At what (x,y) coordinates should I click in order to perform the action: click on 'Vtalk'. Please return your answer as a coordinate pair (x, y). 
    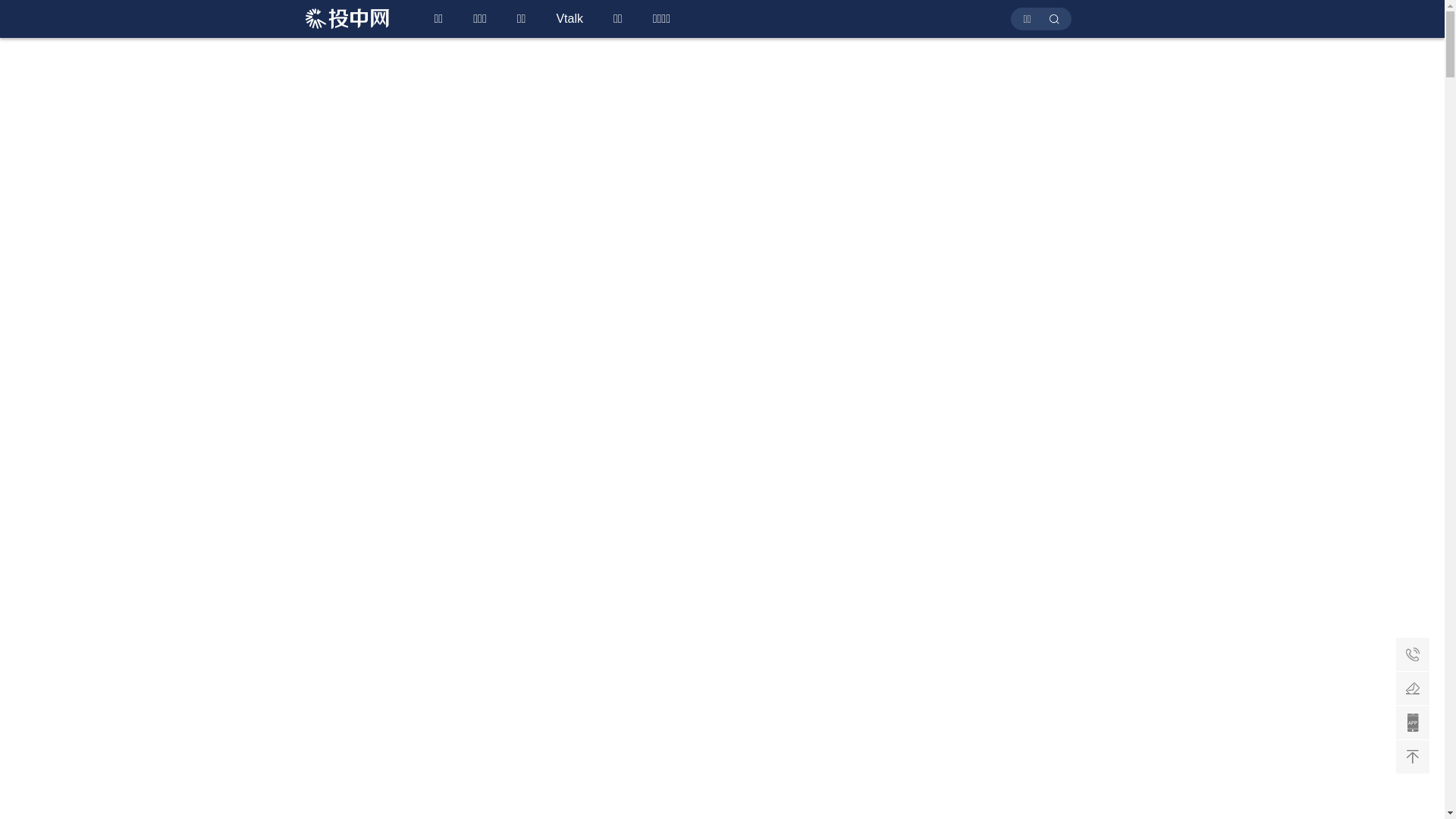
    Looking at the image, I should click on (568, 18).